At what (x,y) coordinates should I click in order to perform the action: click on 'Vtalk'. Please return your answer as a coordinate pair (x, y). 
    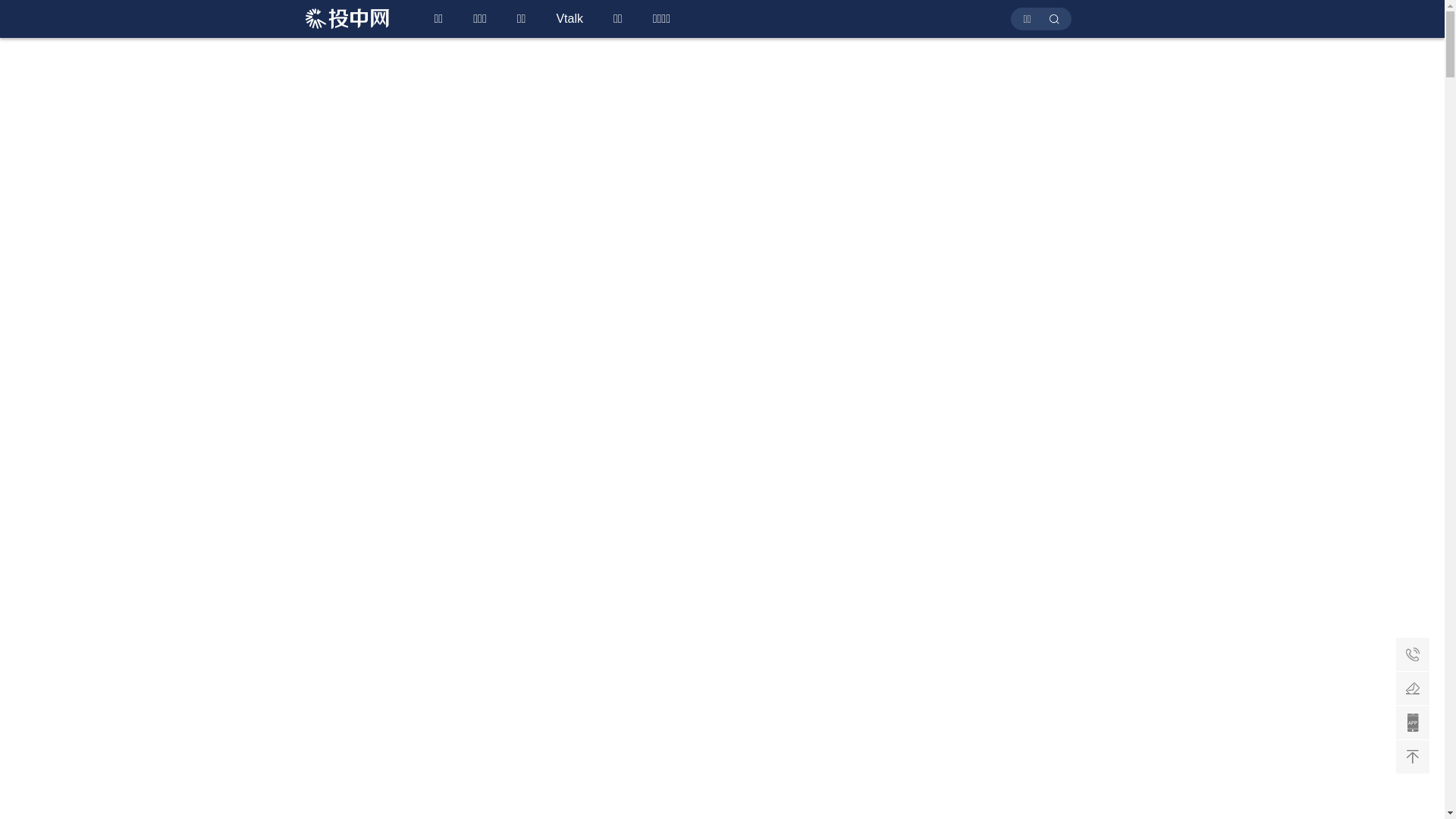
    Looking at the image, I should click on (568, 18).